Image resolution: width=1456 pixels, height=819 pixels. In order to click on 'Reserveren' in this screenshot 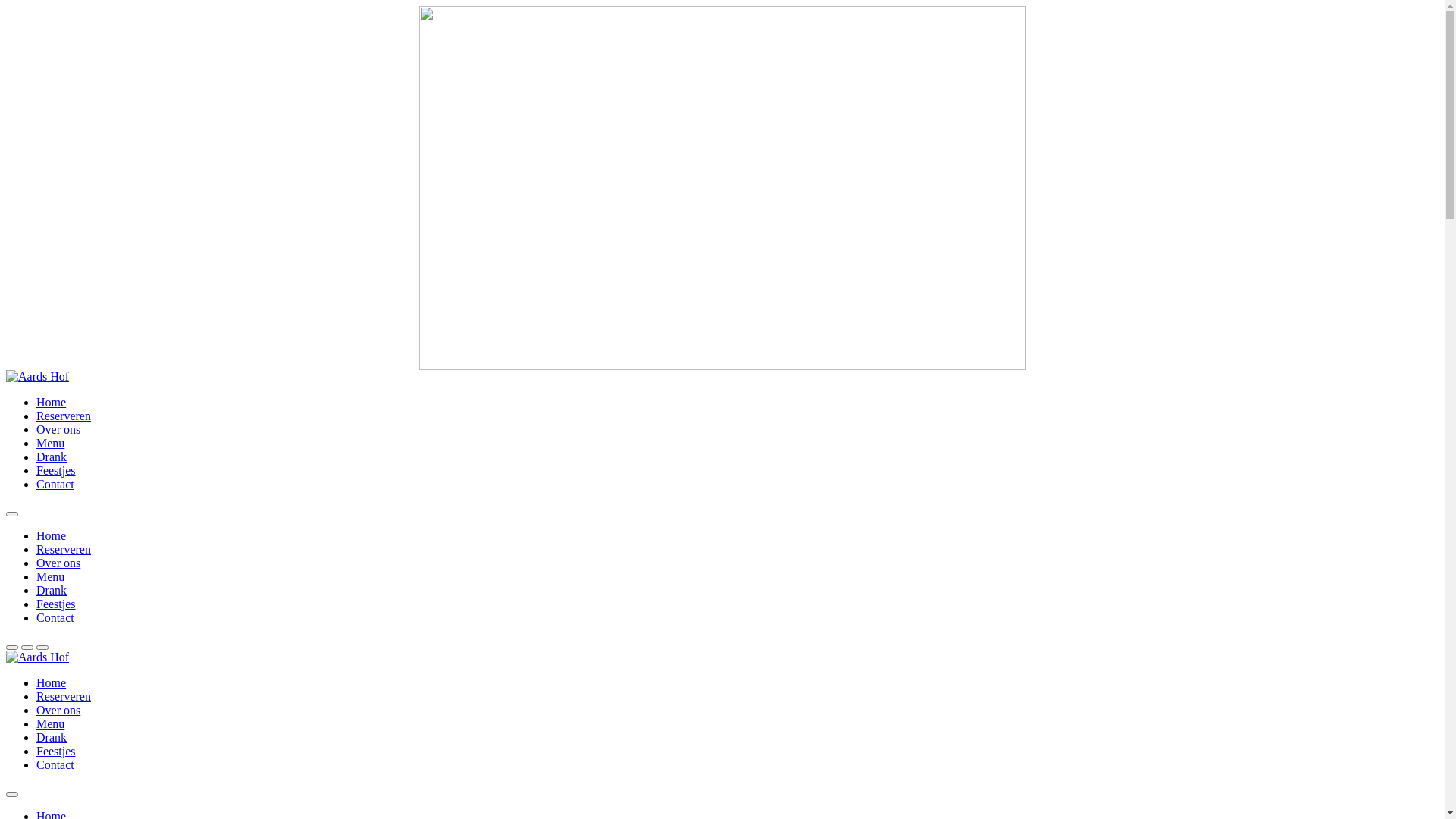, I will do `click(36, 696)`.